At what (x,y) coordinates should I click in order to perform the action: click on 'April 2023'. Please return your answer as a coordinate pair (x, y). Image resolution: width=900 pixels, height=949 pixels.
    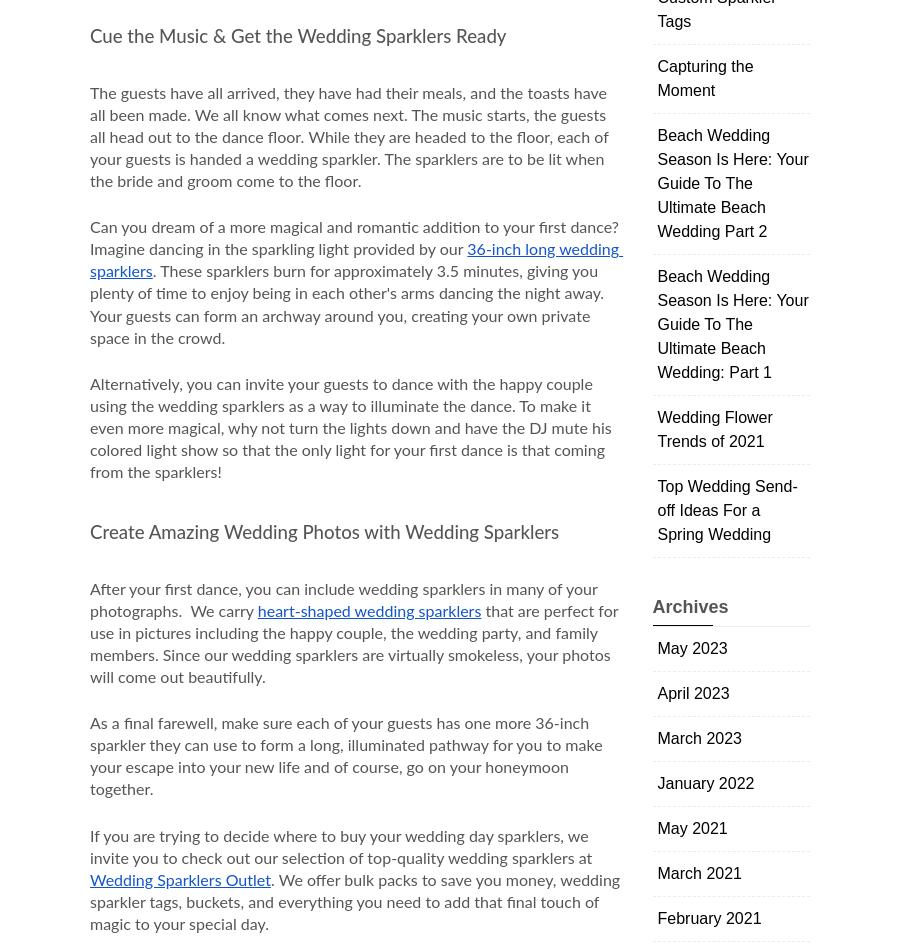
    Looking at the image, I should click on (692, 693).